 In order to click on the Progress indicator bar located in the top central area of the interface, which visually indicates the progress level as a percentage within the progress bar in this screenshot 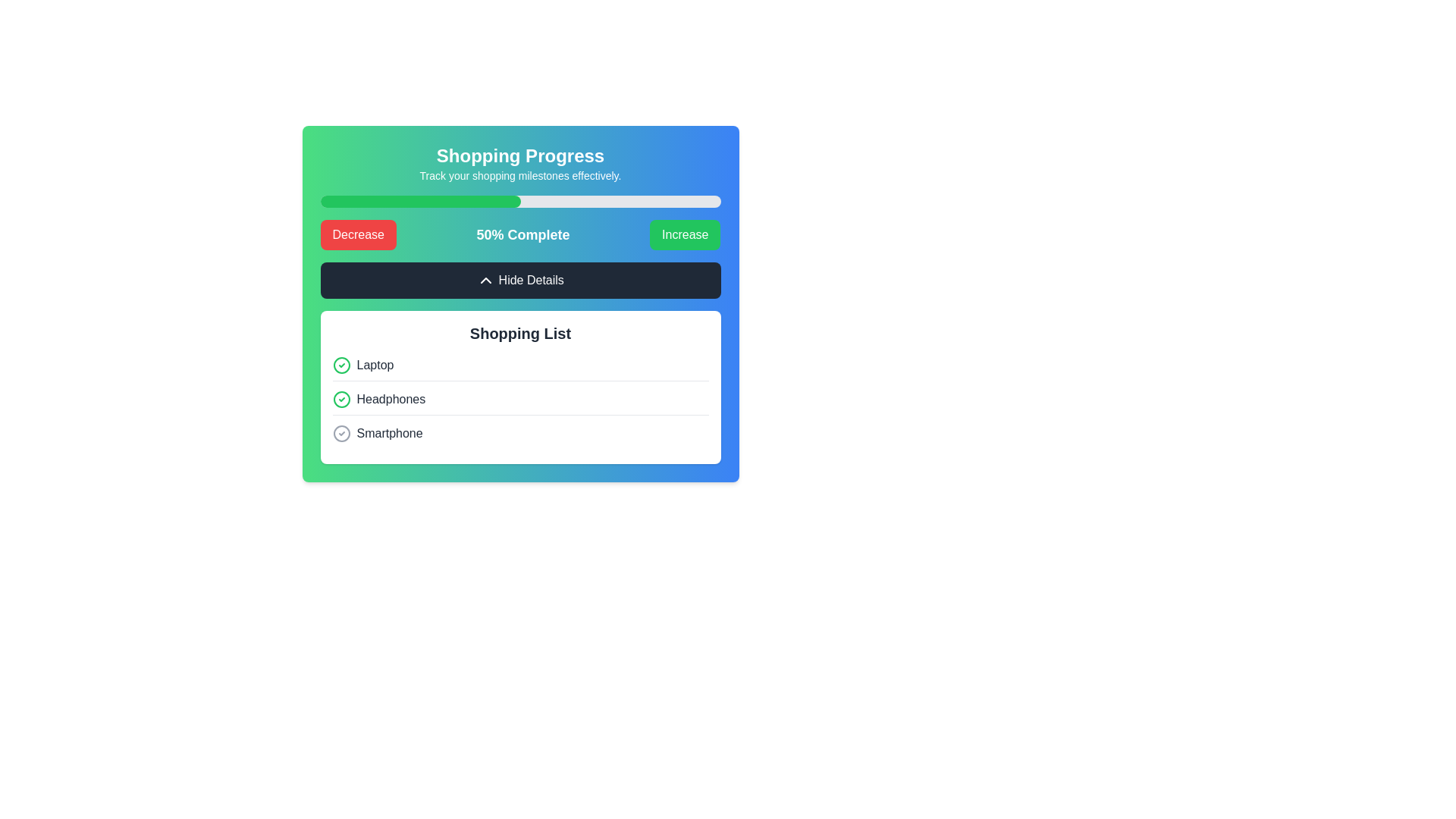, I will do `click(420, 201)`.